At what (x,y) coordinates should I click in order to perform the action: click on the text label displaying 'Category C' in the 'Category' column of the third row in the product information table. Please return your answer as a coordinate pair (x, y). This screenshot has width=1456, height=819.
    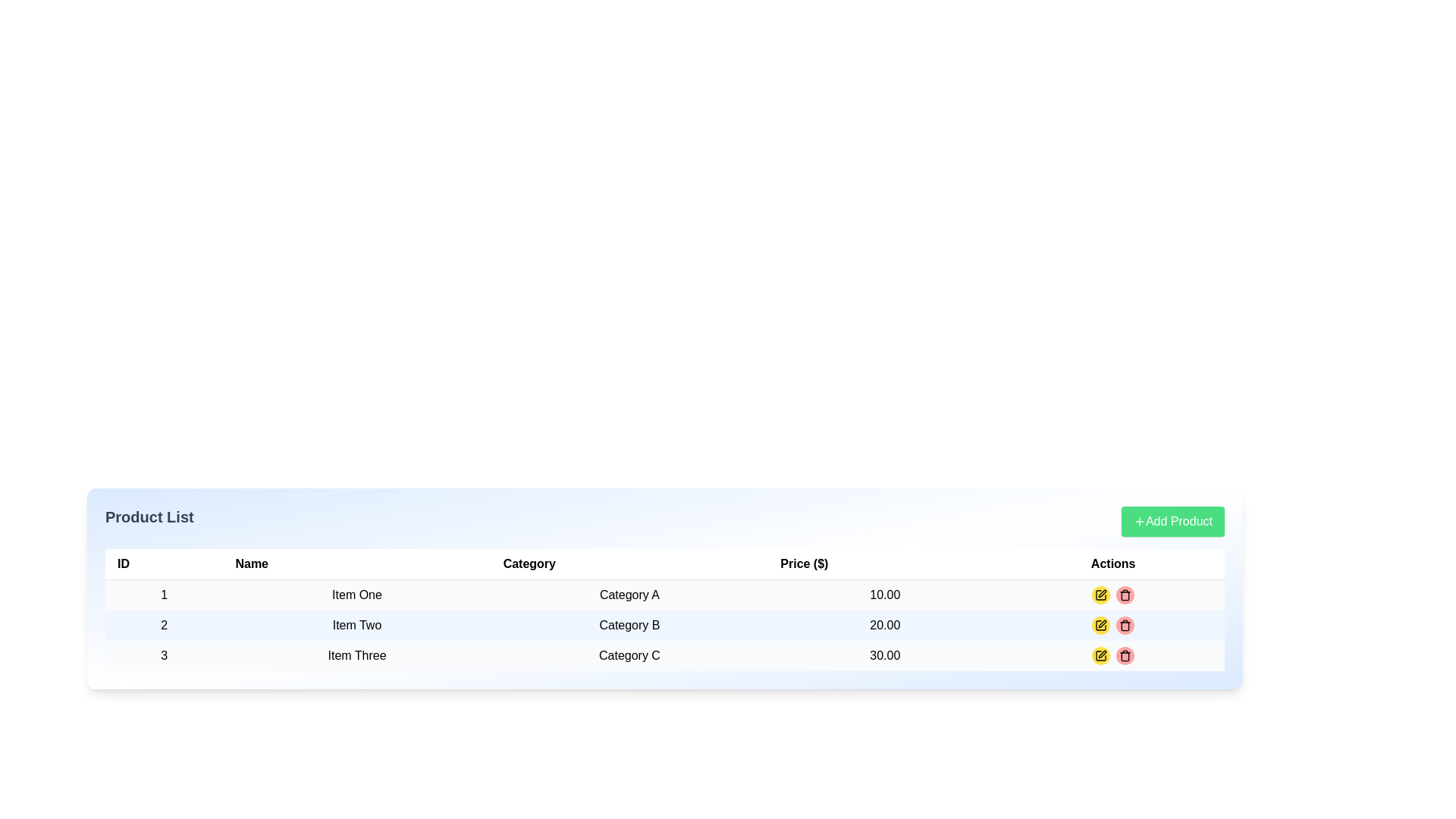
    Looking at the image, I should click on (629, 654).